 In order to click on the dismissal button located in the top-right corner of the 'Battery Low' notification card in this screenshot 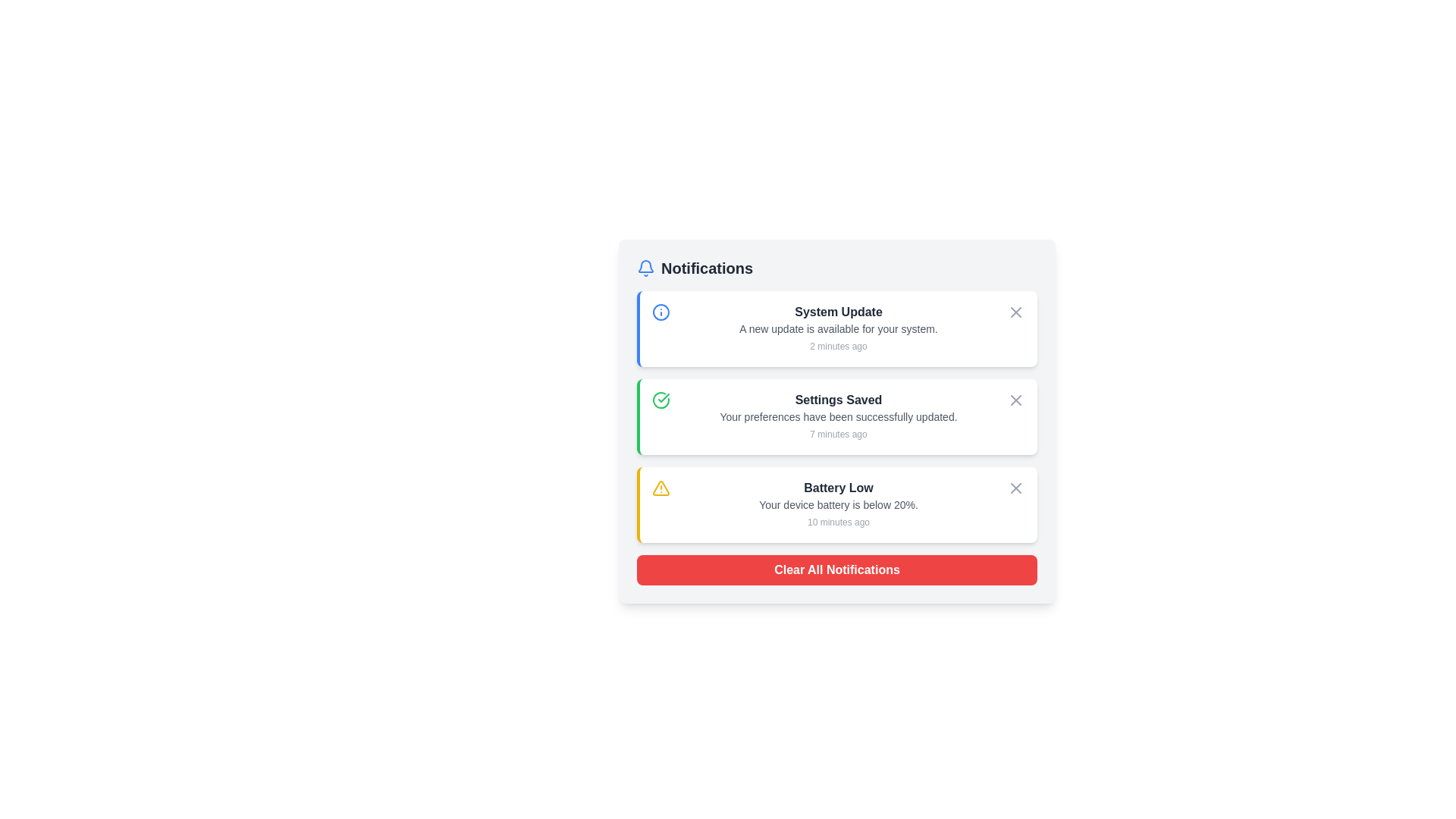, I will do `click(1015, 488)`.